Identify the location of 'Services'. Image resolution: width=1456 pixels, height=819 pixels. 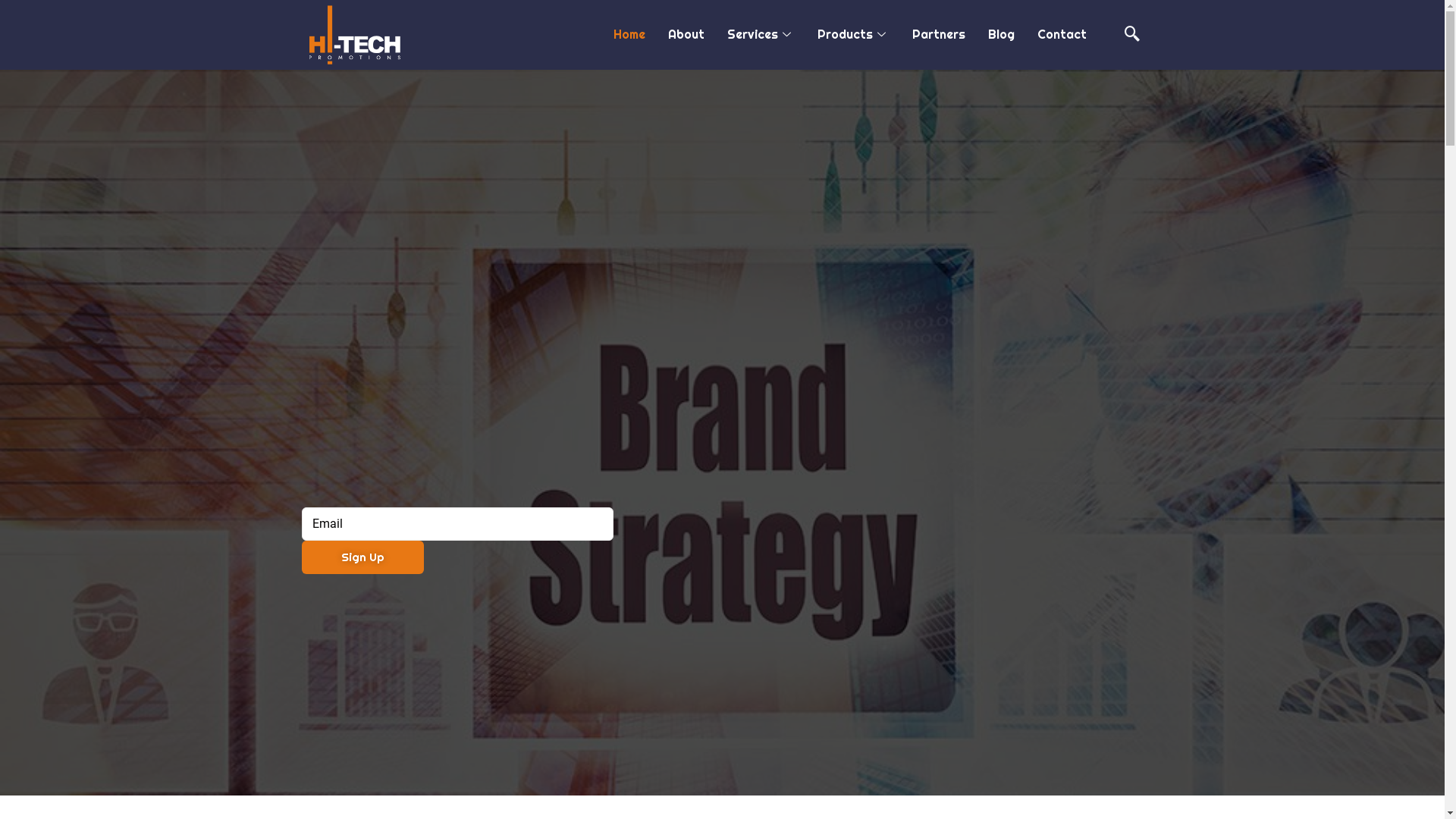
(761, 34).